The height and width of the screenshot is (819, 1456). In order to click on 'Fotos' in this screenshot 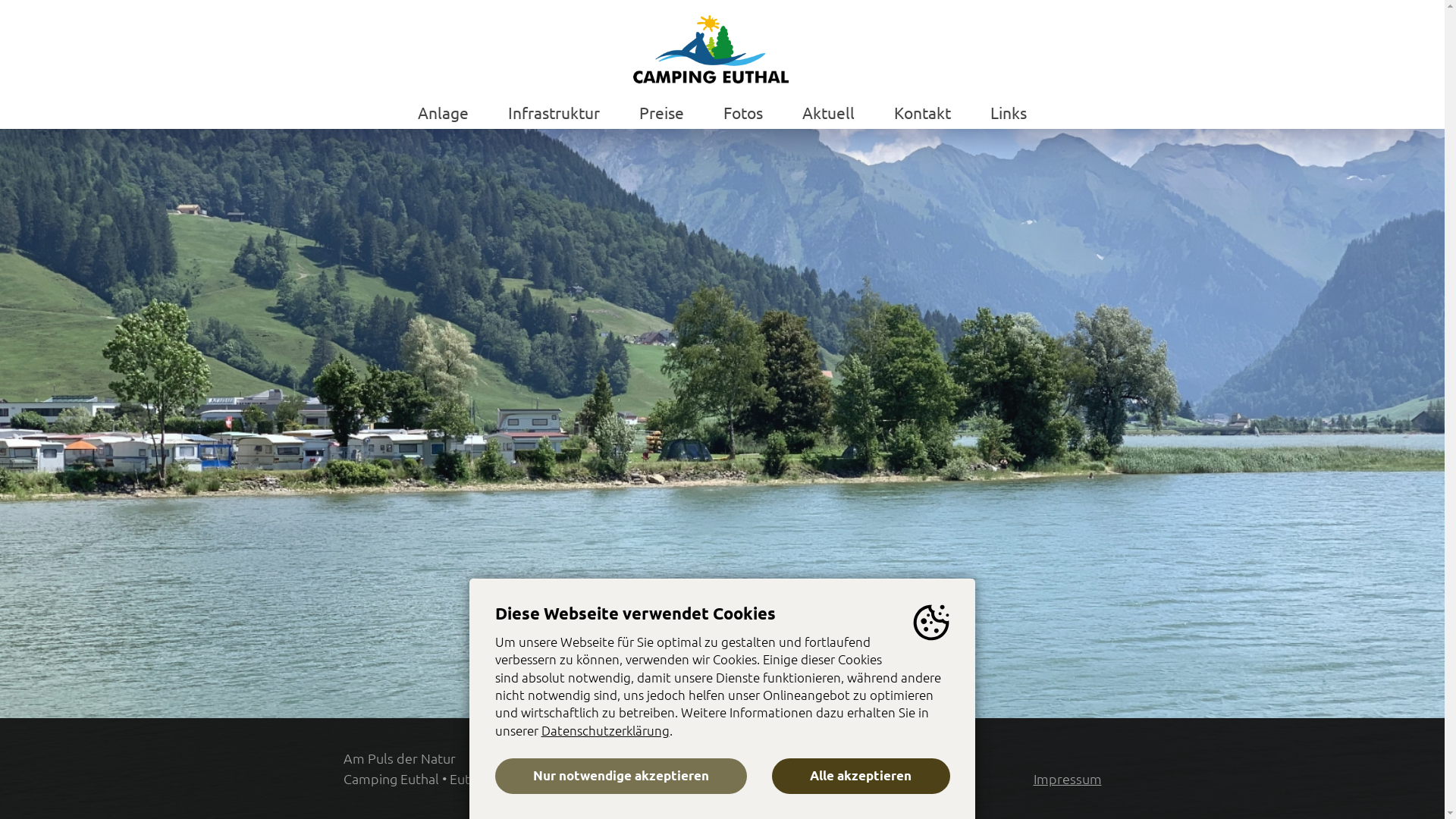, I will do `click(723, 111)`.